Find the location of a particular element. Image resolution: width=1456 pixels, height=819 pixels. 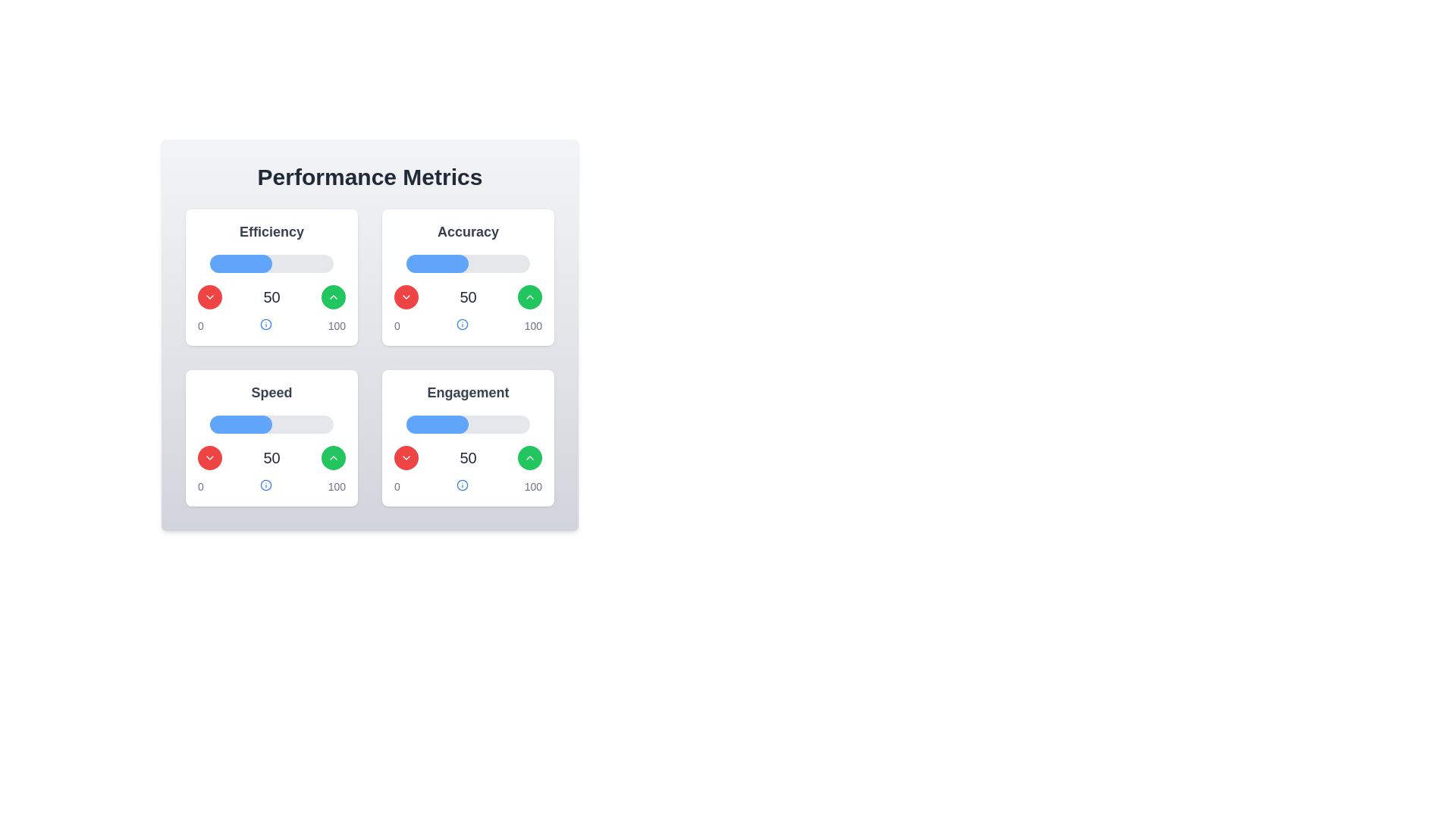

the progress bar or slider is located at coordinates (295, 424).